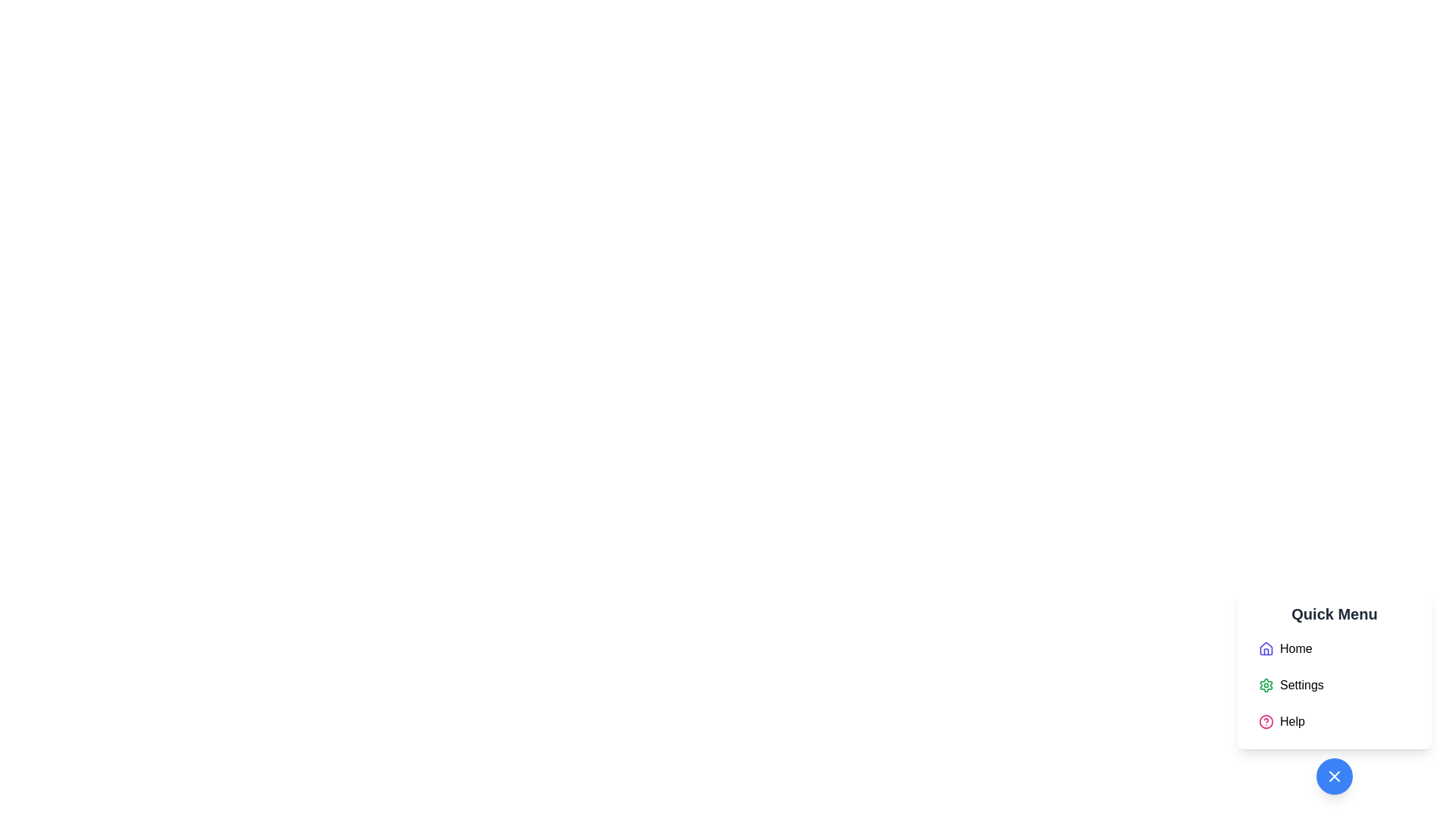 This screenshot has width=1456, height=819. What do you see at coordinates (1266, 648) in the screenshot?
I see `the small light blue outlined house icon located next to the 'Home' text in the top-left corner of the 'Home' menu item within the 'Quick Menu' section` at bounding box center [1266, 648].